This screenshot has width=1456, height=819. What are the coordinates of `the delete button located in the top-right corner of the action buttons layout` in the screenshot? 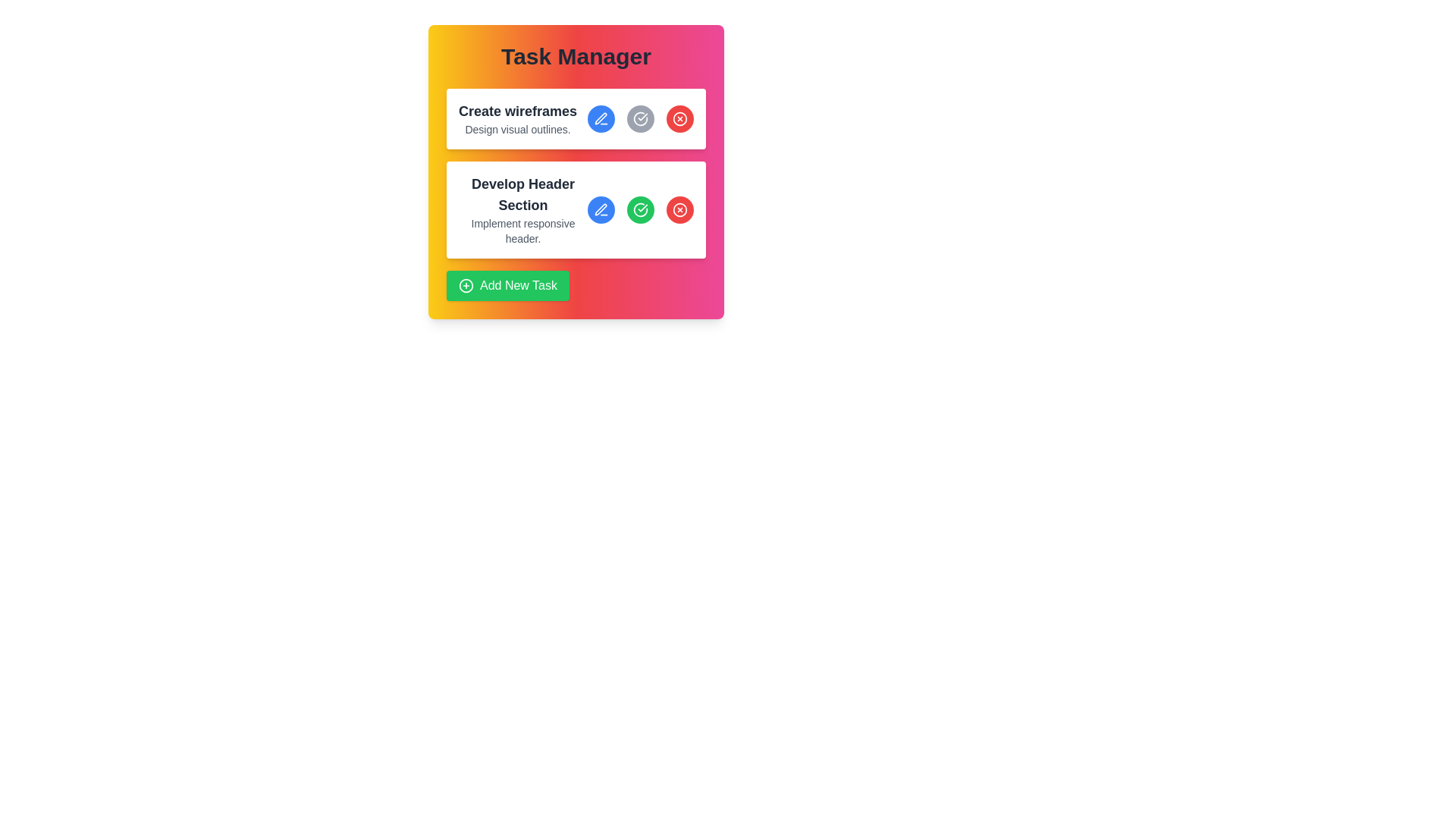 It's located at (679, 118).